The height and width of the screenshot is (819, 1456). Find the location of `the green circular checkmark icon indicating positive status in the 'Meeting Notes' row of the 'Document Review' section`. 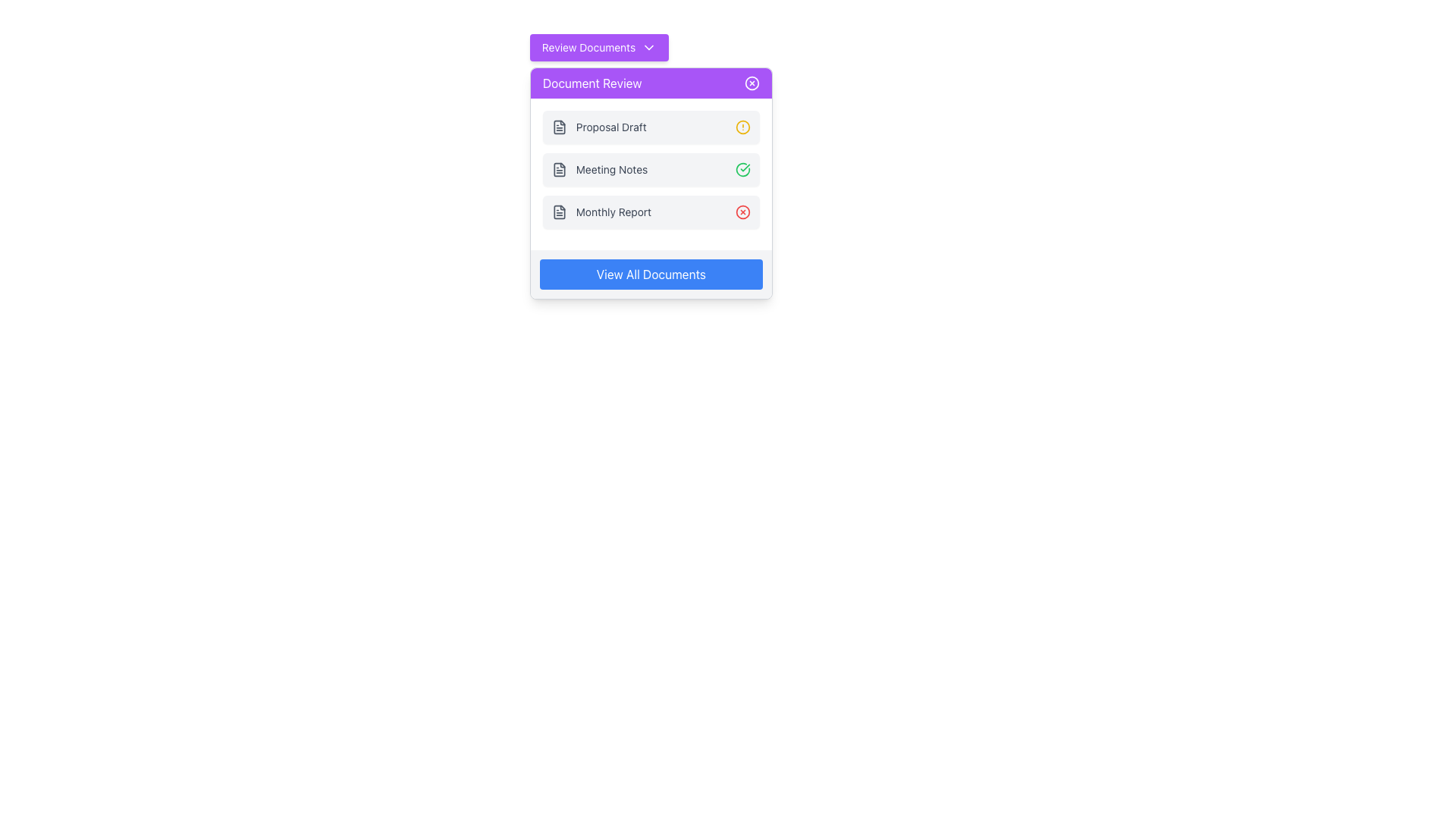

the green circular checkmark icon indicating positive status in the 'Meeting Notes' row of the 'Document Review' section is located at coordinates (742, 169).